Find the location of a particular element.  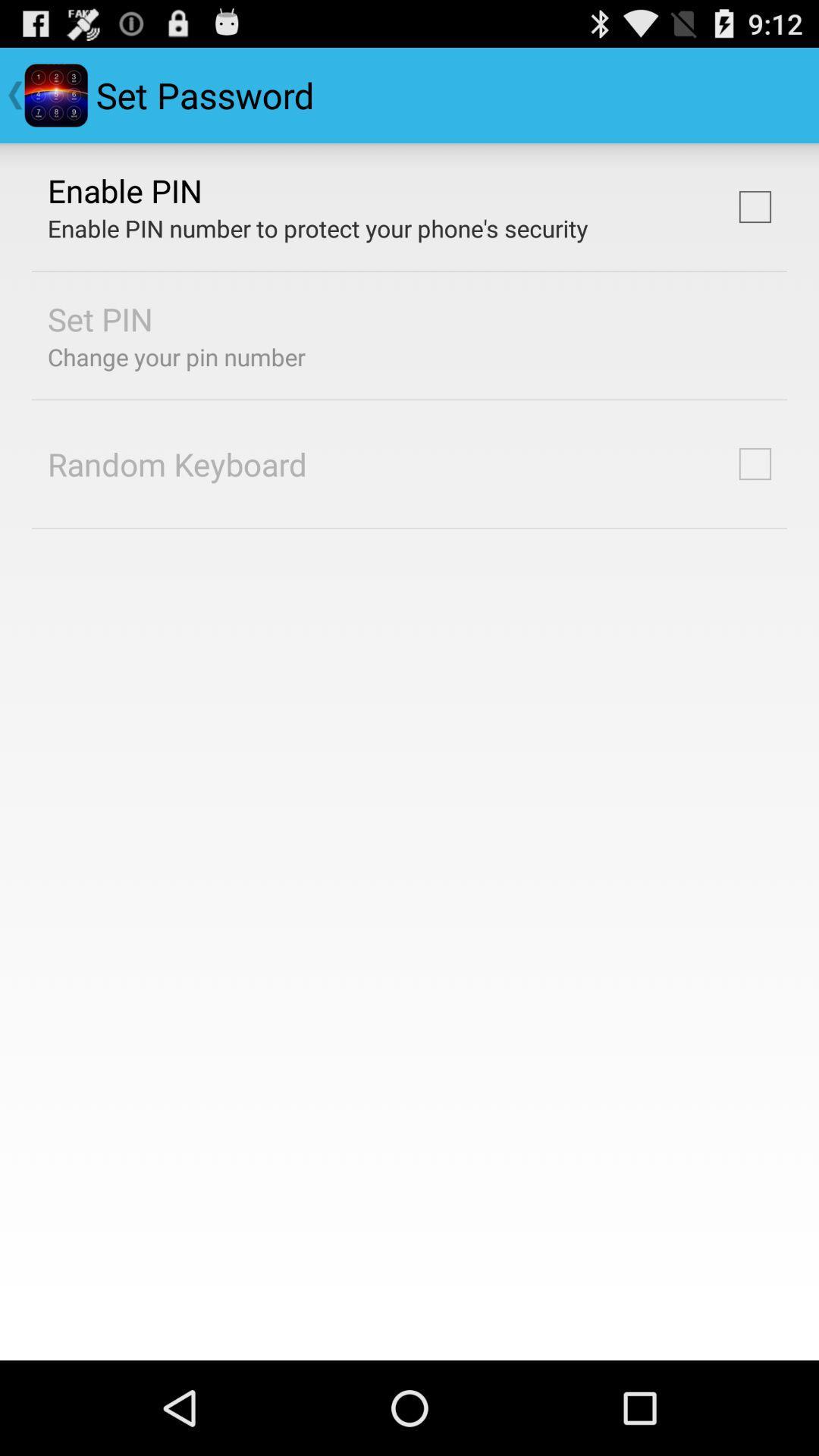

random keyboard is located at coordinates (177, 463).